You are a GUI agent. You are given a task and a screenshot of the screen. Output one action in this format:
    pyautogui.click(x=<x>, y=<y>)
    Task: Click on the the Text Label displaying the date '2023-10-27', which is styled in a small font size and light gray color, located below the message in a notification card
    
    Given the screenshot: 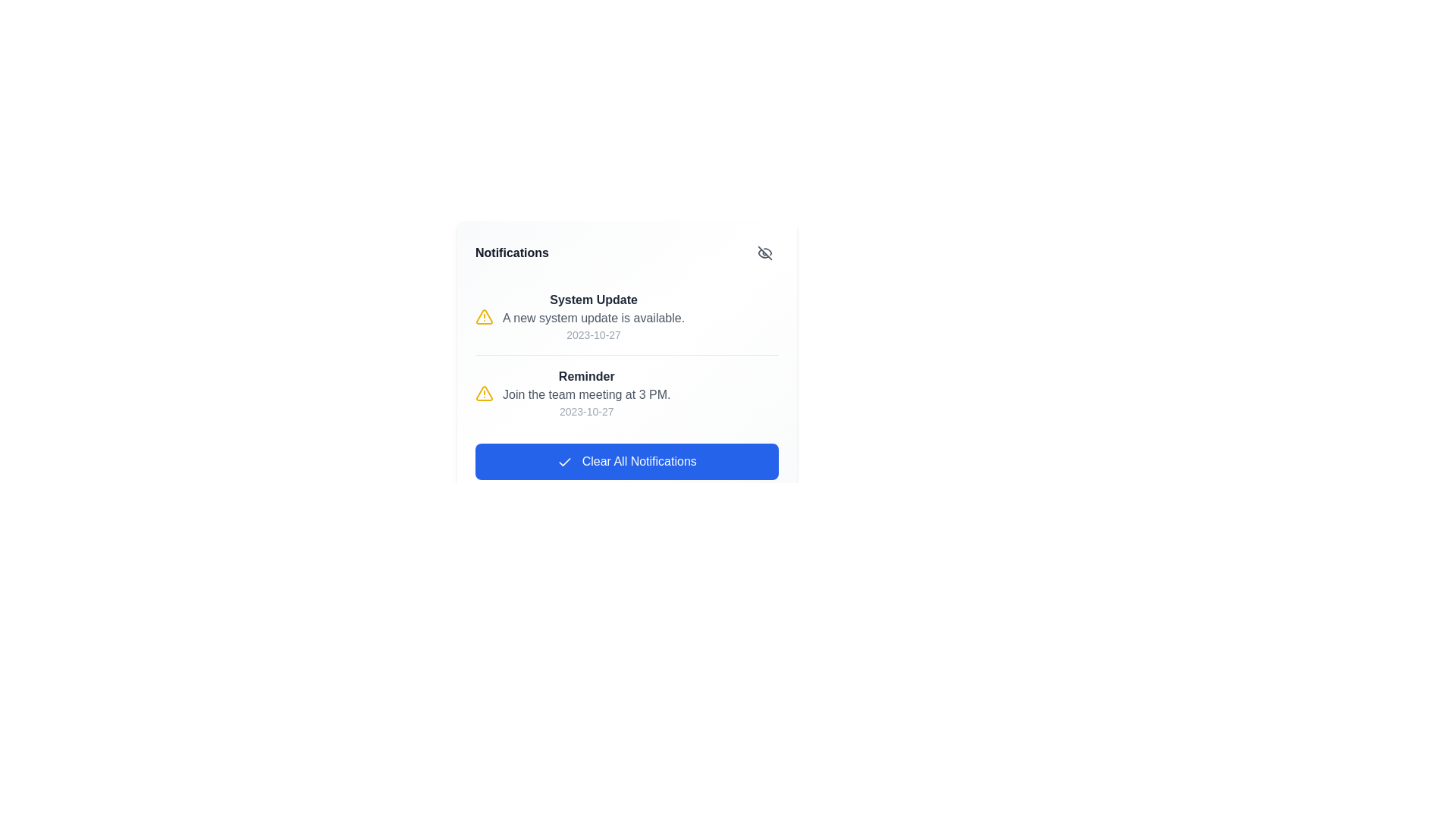 What is the action you would take?
    pyautogui.click(x=585, y=412)
    